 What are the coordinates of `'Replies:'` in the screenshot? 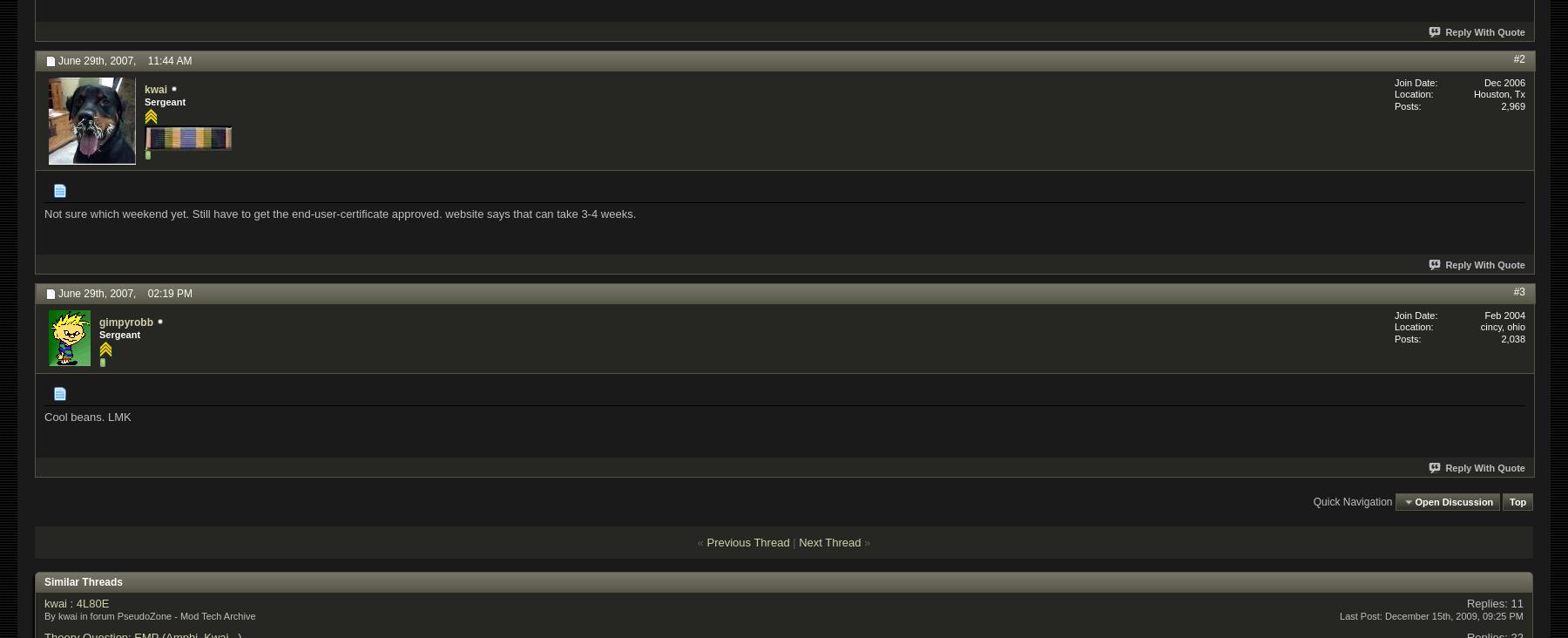 It's located at (1465, 602).